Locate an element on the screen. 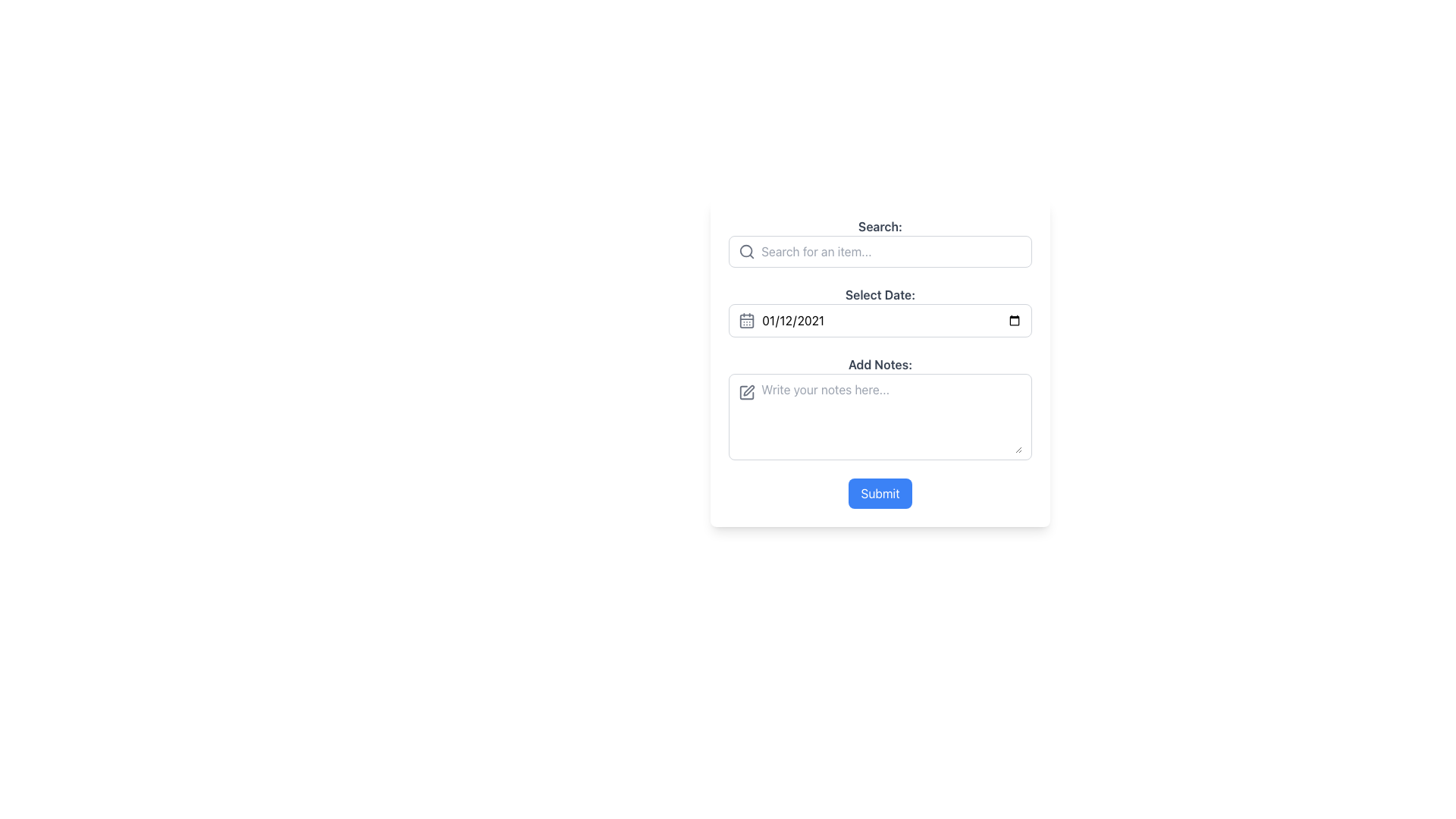 The width and height of the screenshot is (1456, 819). the blue 'Submit' button at the bottom-center of the form interface is located at coordinates (880, 494).